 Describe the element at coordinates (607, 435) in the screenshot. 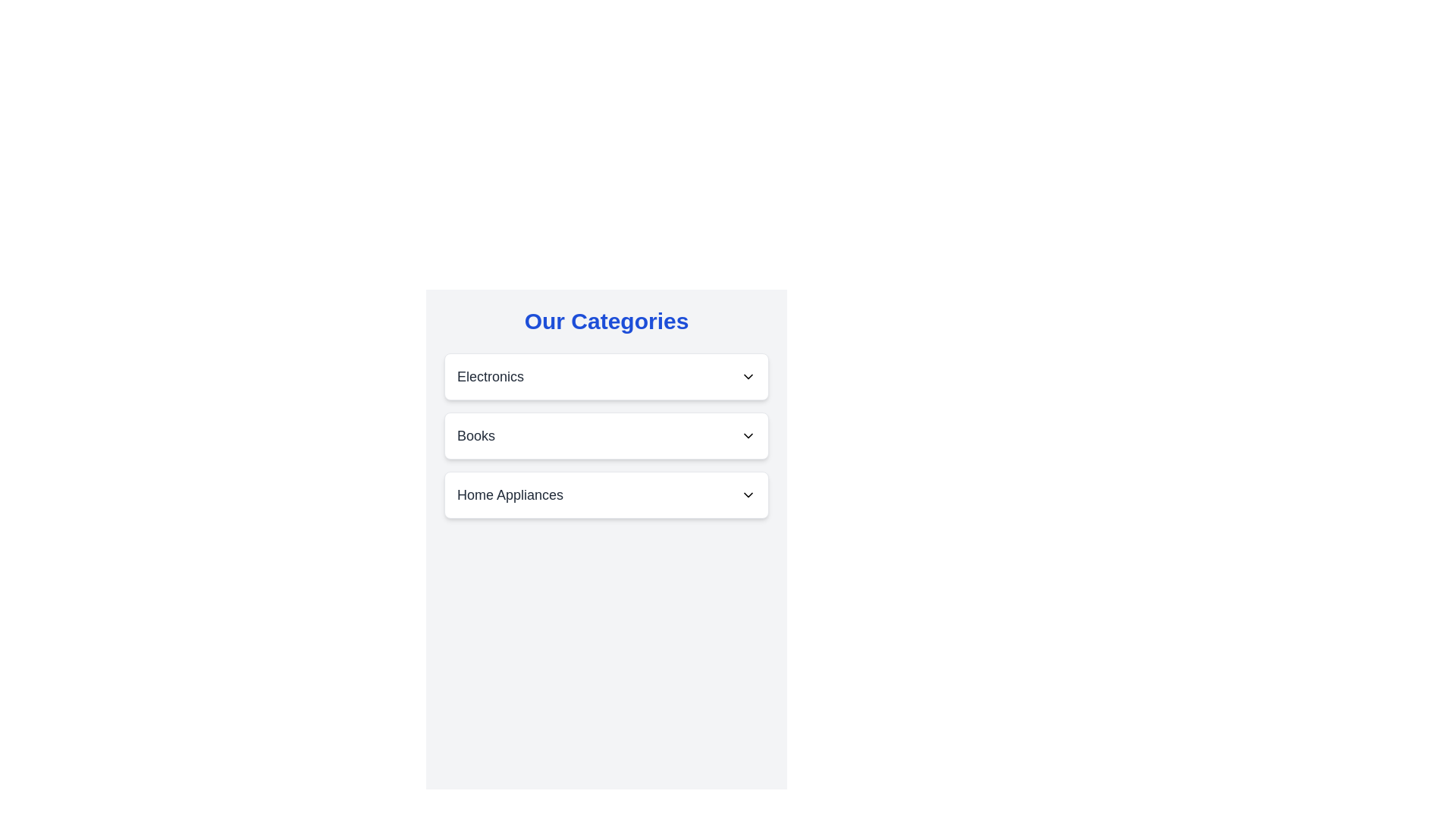

I see `the 'Books' dropdown menu entry in the categories section, which is the second segment in a vertical list below the 'Electronics' segment and above the 'Home Appliances' segment` at that location.